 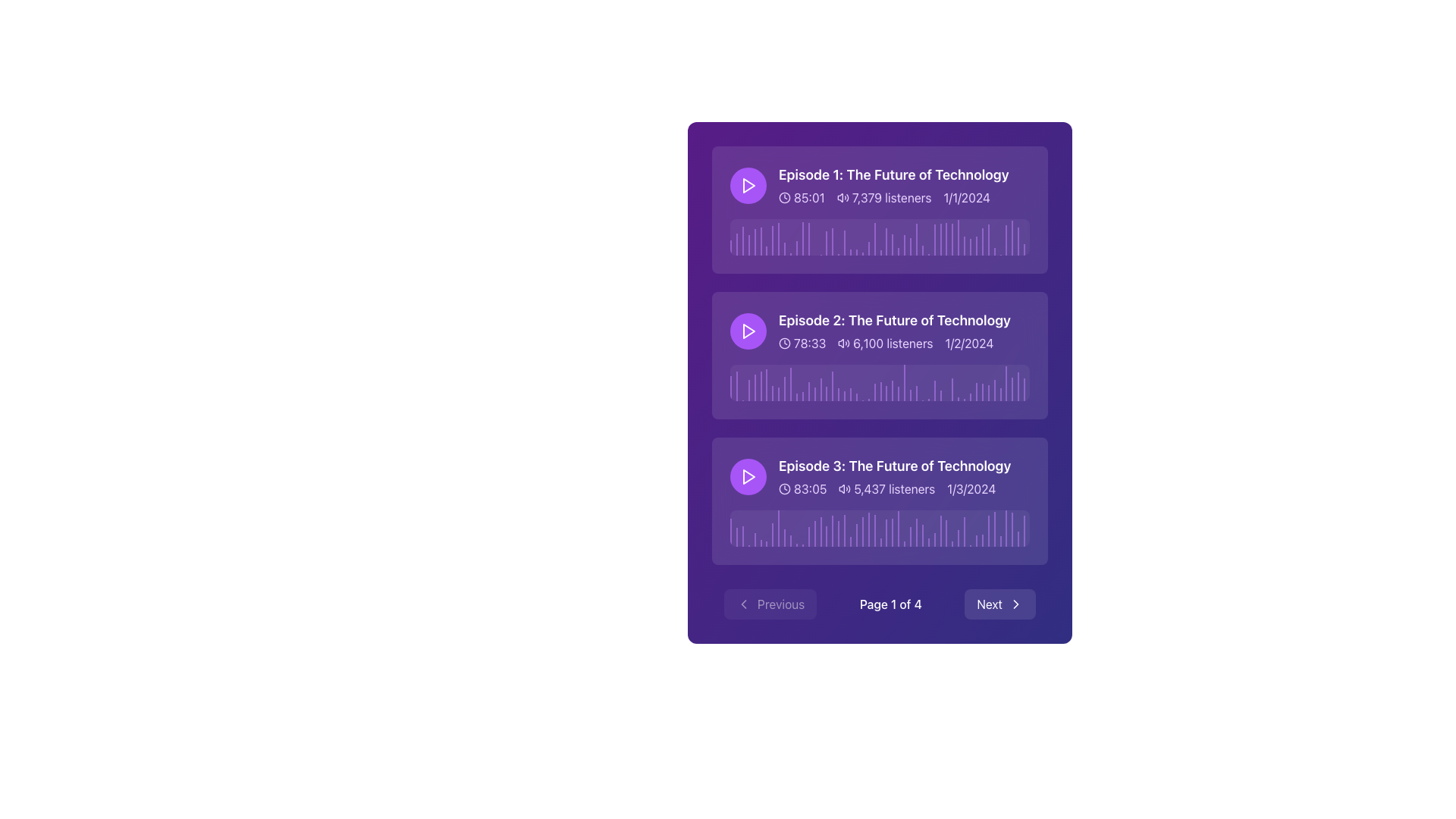 What do you see at coordinates (910, 245) in the screenshot?
I see `the 30th vertical bar indicator within the waveform display under the 'Episode 1: The Future of Technology' card` at bounding box center [910, 245].